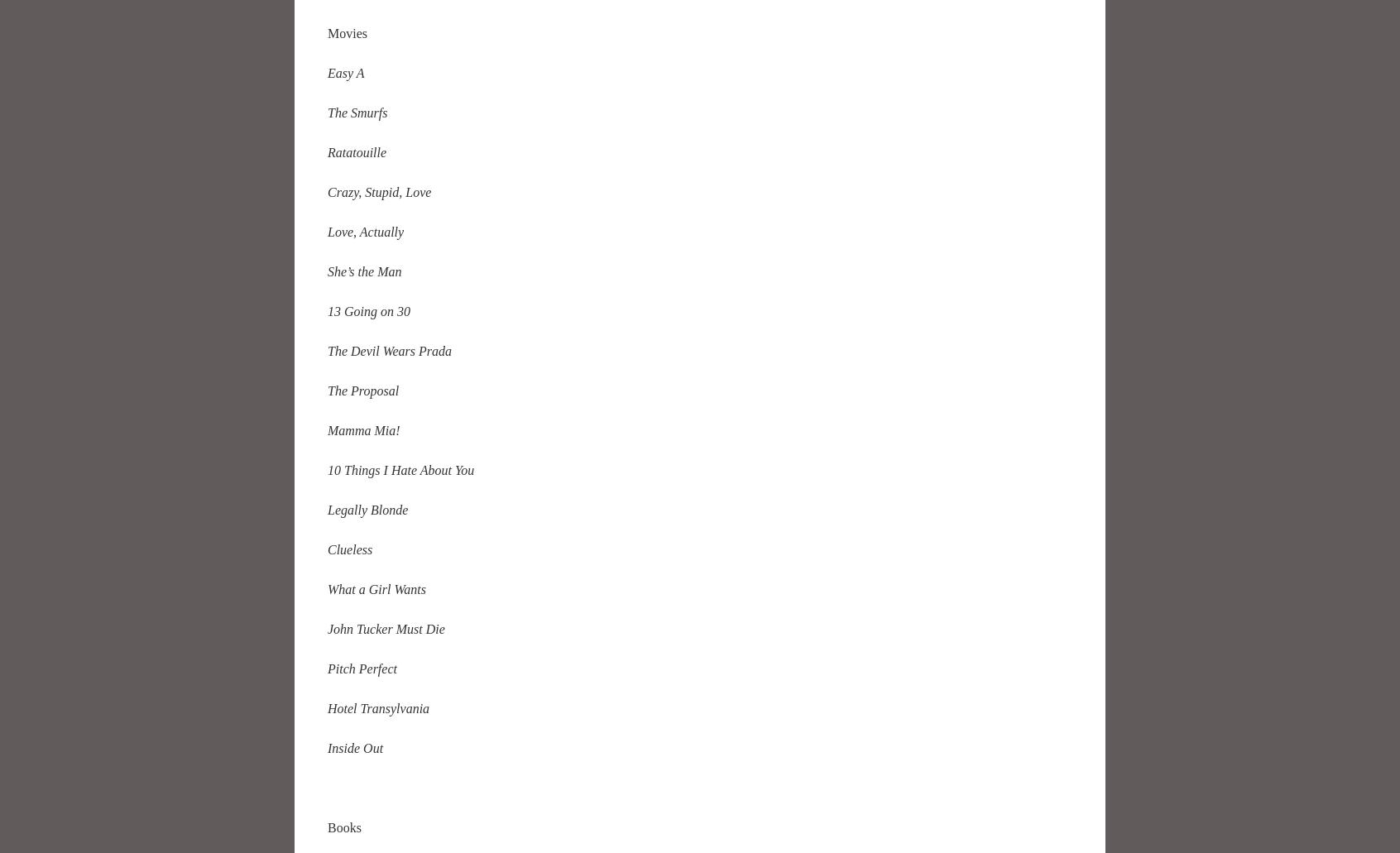 The image size is (1400, 853). What do you see at coordinates (345, 72) in the screenshot?
I see `'Easy A'` at bounding box center [345, 72].